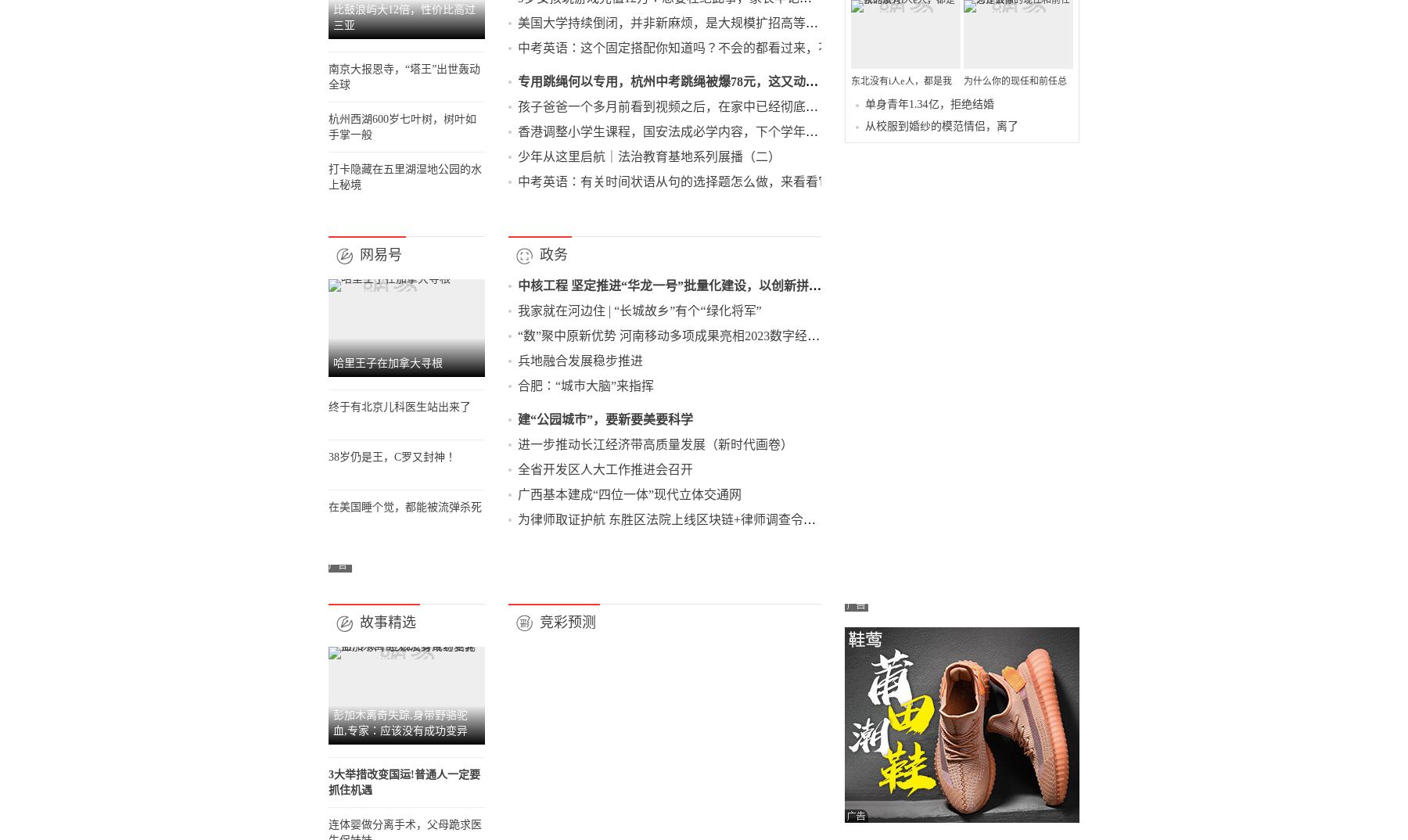 The width and height of the screenshot is (1408, 840). Describe the element at coordinates (366, 437) in the screenshot. I see `'杭州西湖600岁七叶树，树叶如手掌一般'` at that location.